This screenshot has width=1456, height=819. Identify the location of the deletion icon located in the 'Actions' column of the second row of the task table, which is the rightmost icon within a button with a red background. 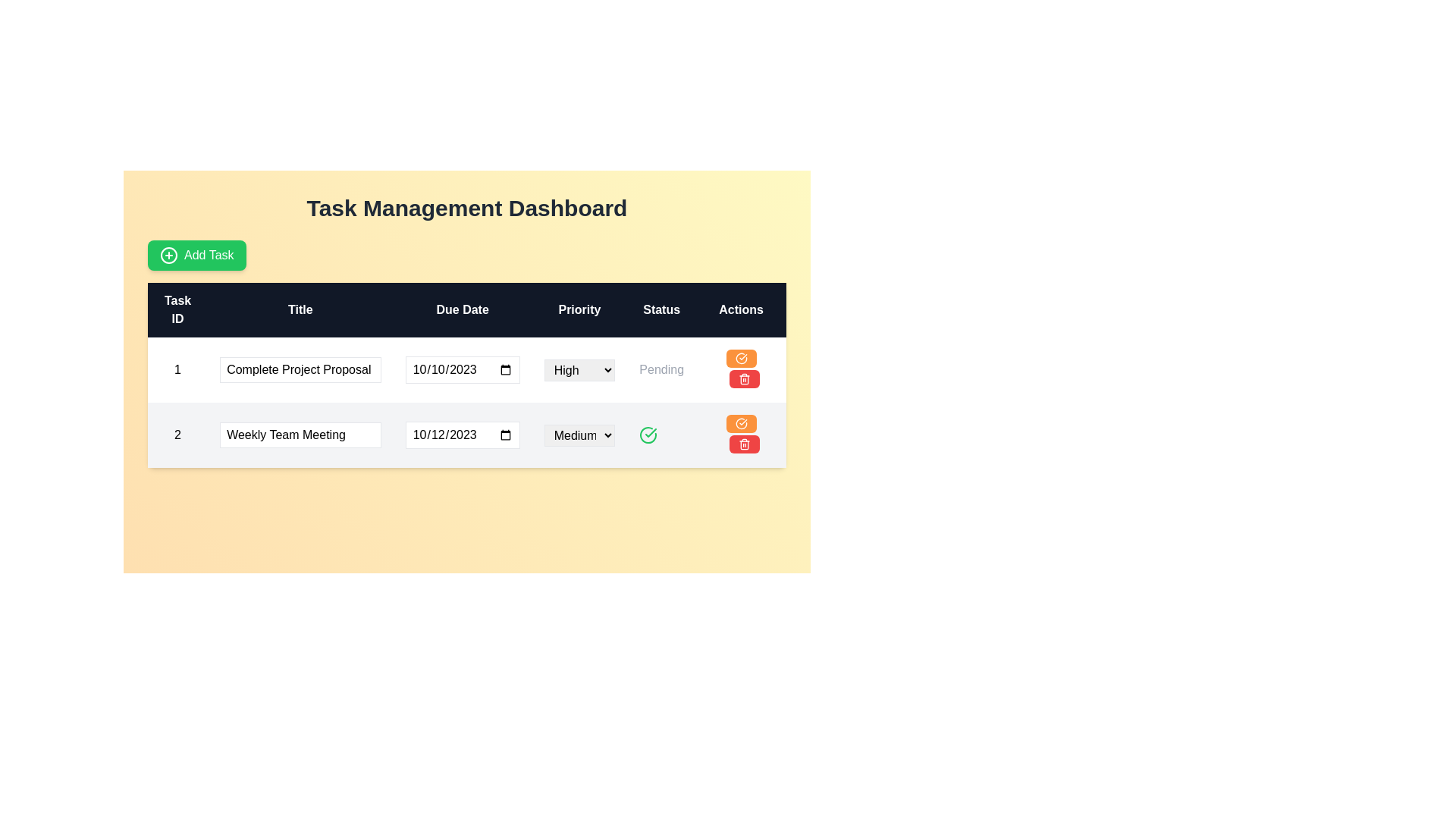
(744, 378).